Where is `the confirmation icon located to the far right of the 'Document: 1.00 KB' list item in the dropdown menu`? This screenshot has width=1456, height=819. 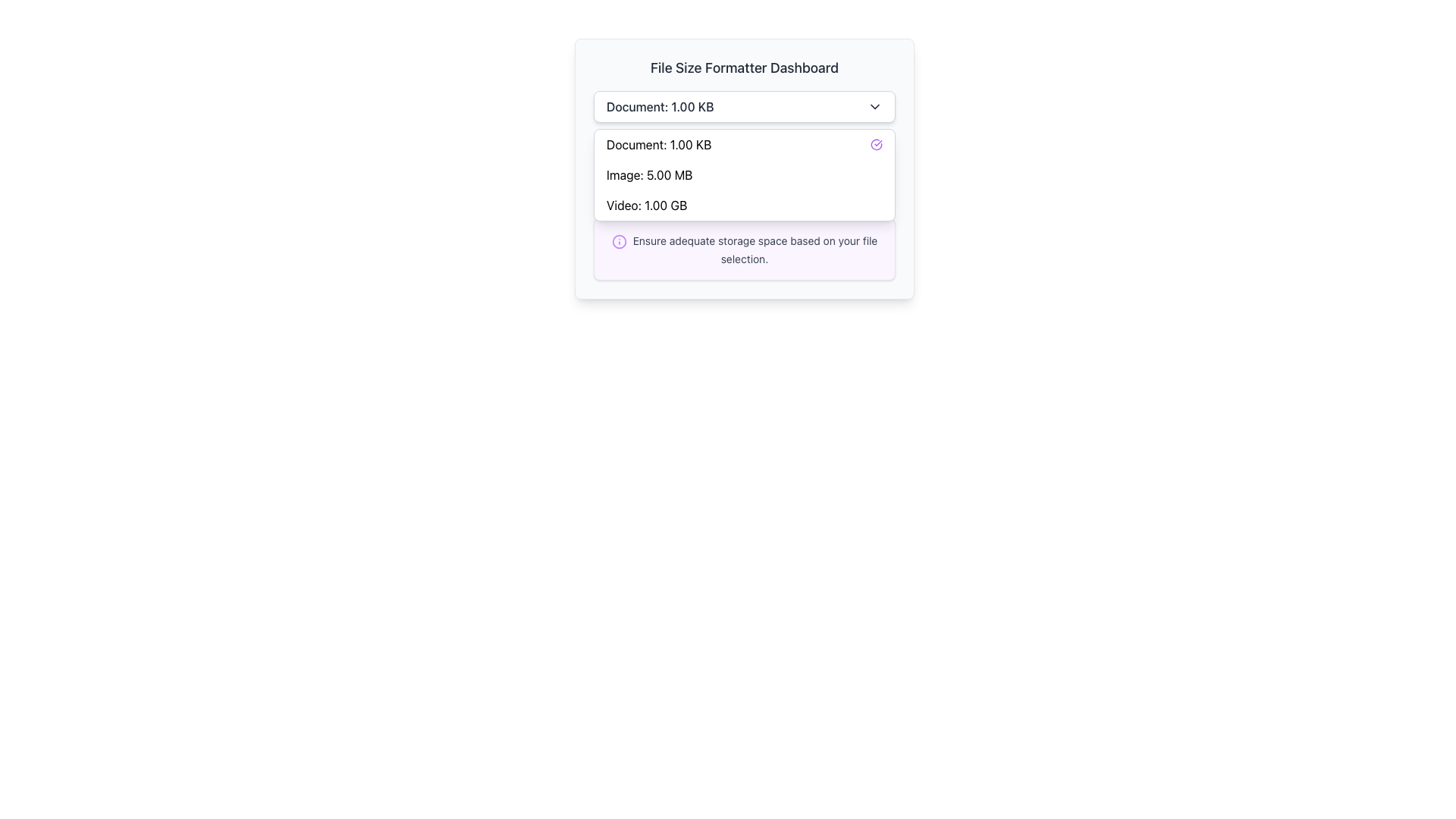 the confirmation icon located to the far right of the 'Document: 1.00 KB' list item in the dropdown menu is located at coordinates (877, 145).